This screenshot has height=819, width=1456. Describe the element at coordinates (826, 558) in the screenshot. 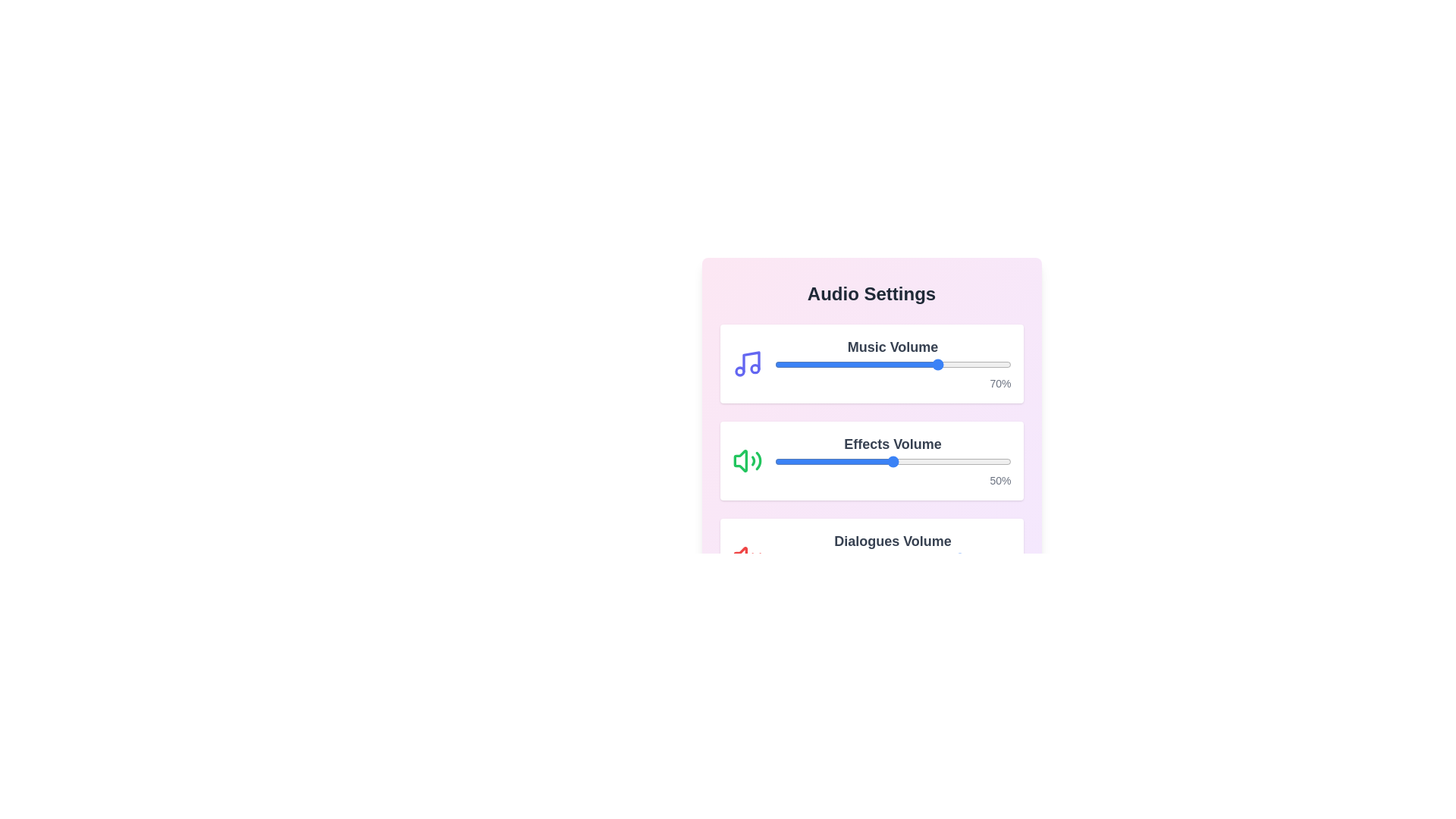

I see `the Dialogues Volume slider to 22%` at that location.